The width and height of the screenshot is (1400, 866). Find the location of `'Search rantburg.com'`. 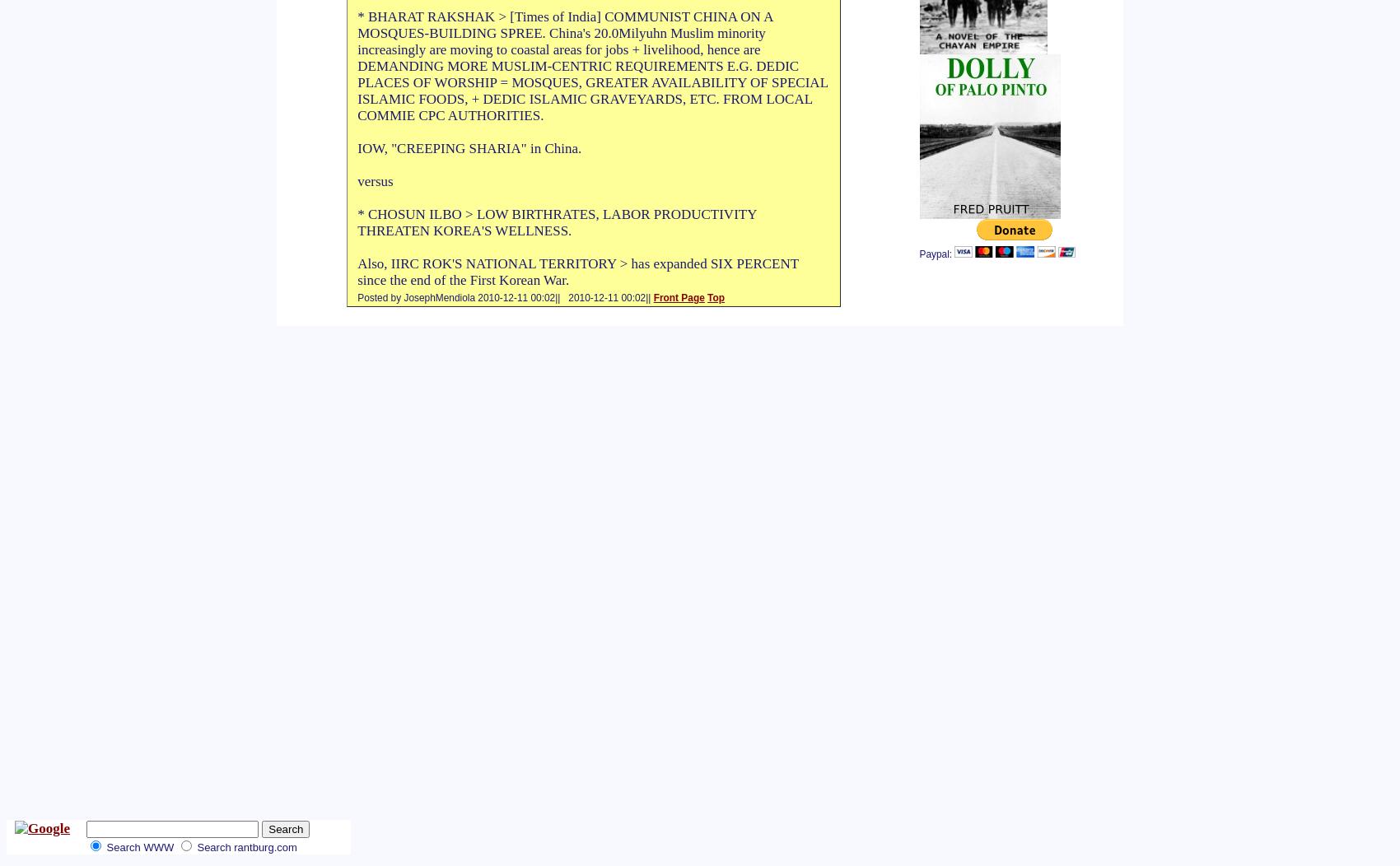

'Search rantburg.com' is located at coordinates (245, 846).